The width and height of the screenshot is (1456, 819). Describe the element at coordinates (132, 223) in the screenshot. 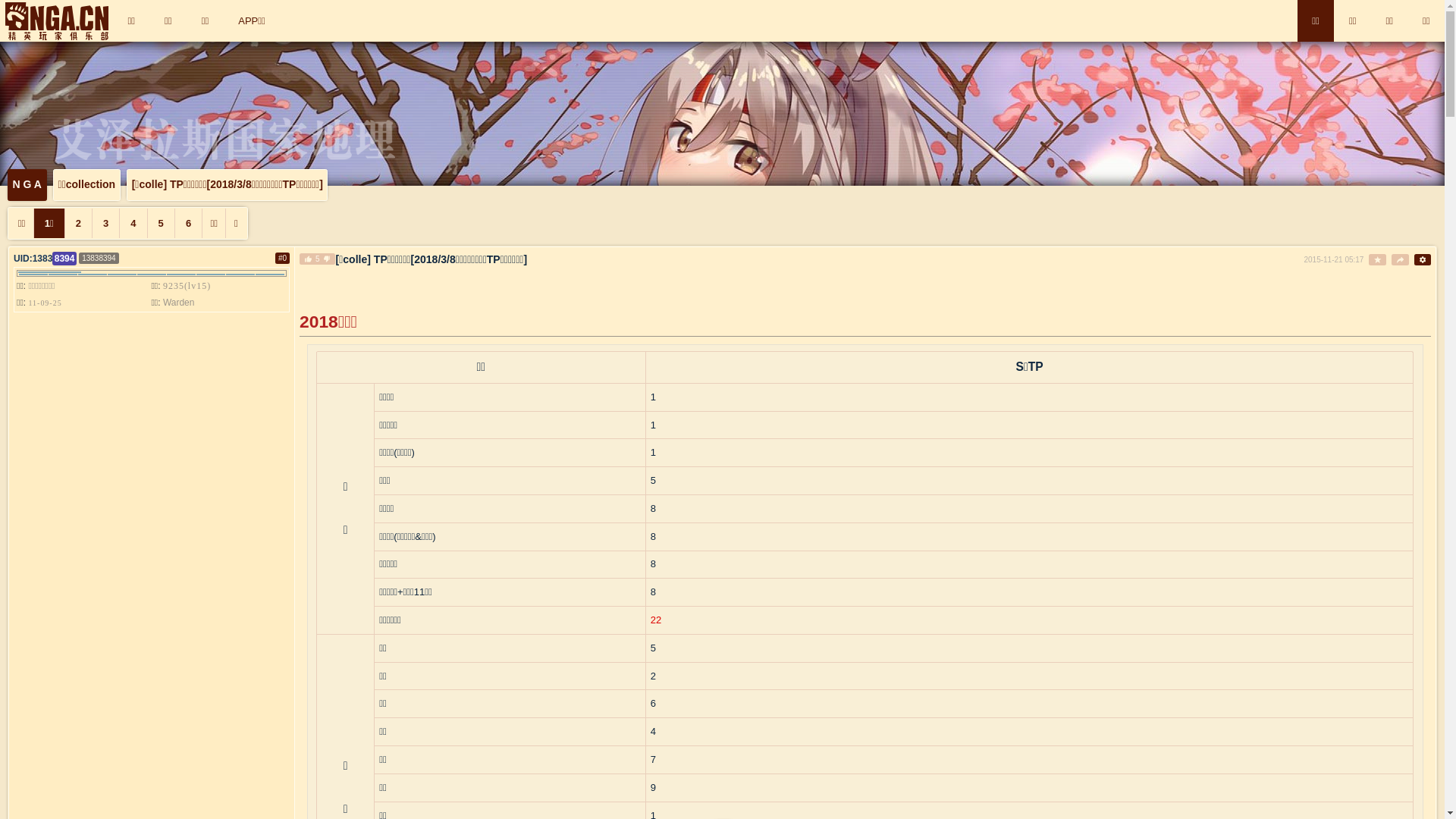

I see `' 4 '` at that location.